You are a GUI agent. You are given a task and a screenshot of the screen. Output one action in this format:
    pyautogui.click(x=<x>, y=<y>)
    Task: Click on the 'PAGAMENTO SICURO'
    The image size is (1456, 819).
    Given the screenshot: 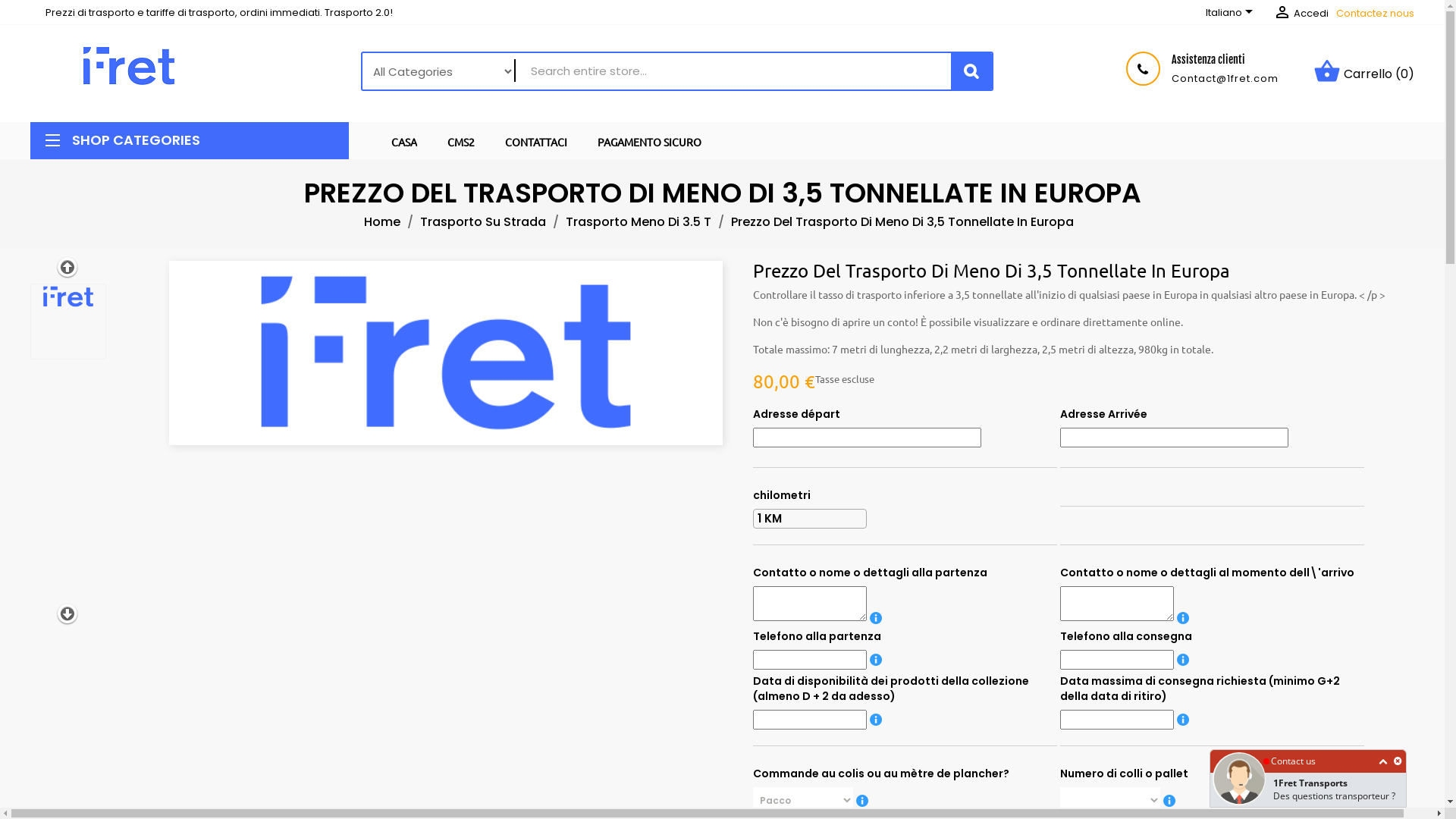 What is the action you would take?
    pyautogui.click(x=649, y=140)
    